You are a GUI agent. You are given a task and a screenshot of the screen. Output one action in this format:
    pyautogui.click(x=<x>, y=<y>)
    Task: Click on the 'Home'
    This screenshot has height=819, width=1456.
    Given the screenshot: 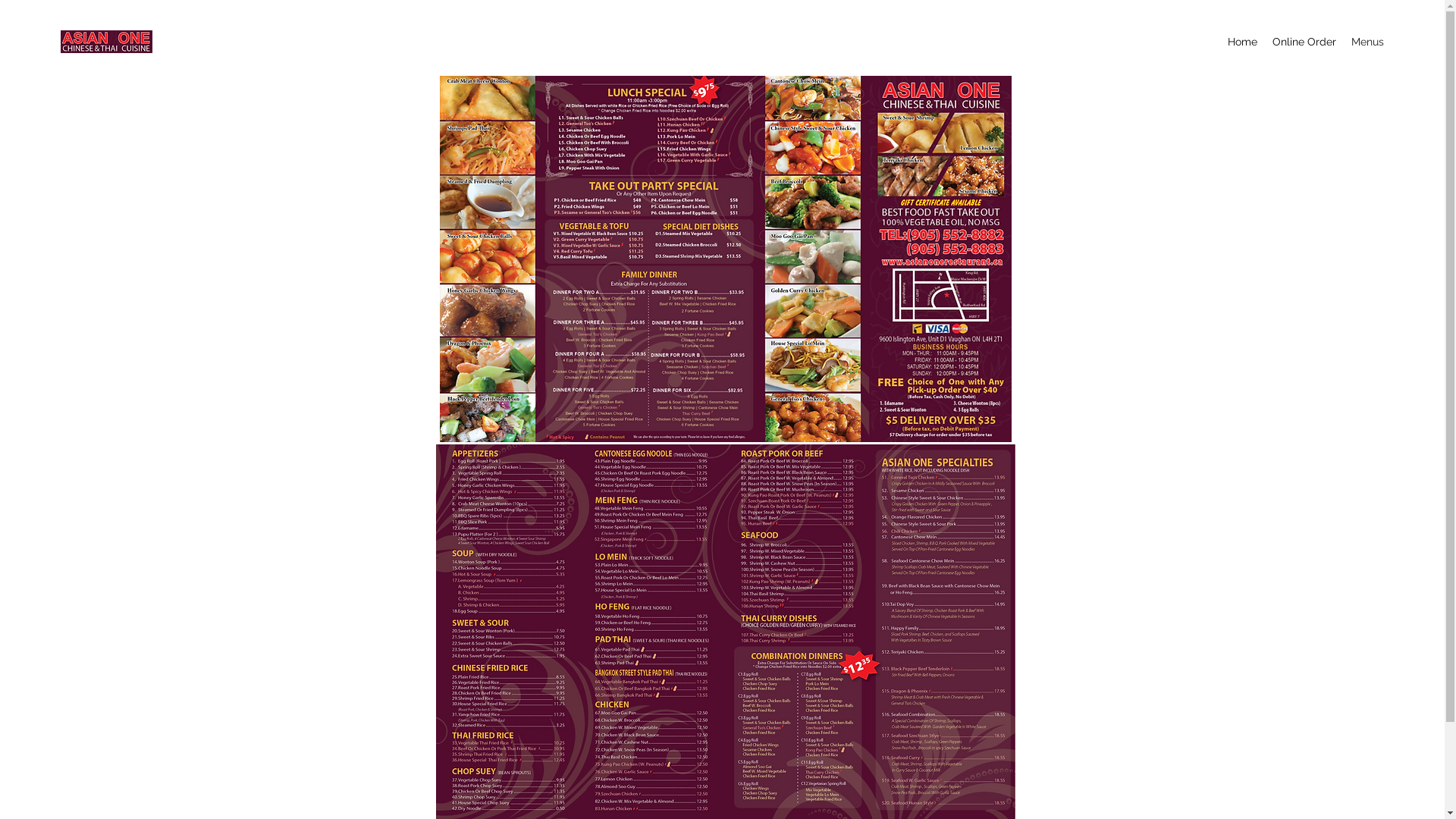 What is the action you would take?
    pyautogui.click(x=1242, y=40)
    